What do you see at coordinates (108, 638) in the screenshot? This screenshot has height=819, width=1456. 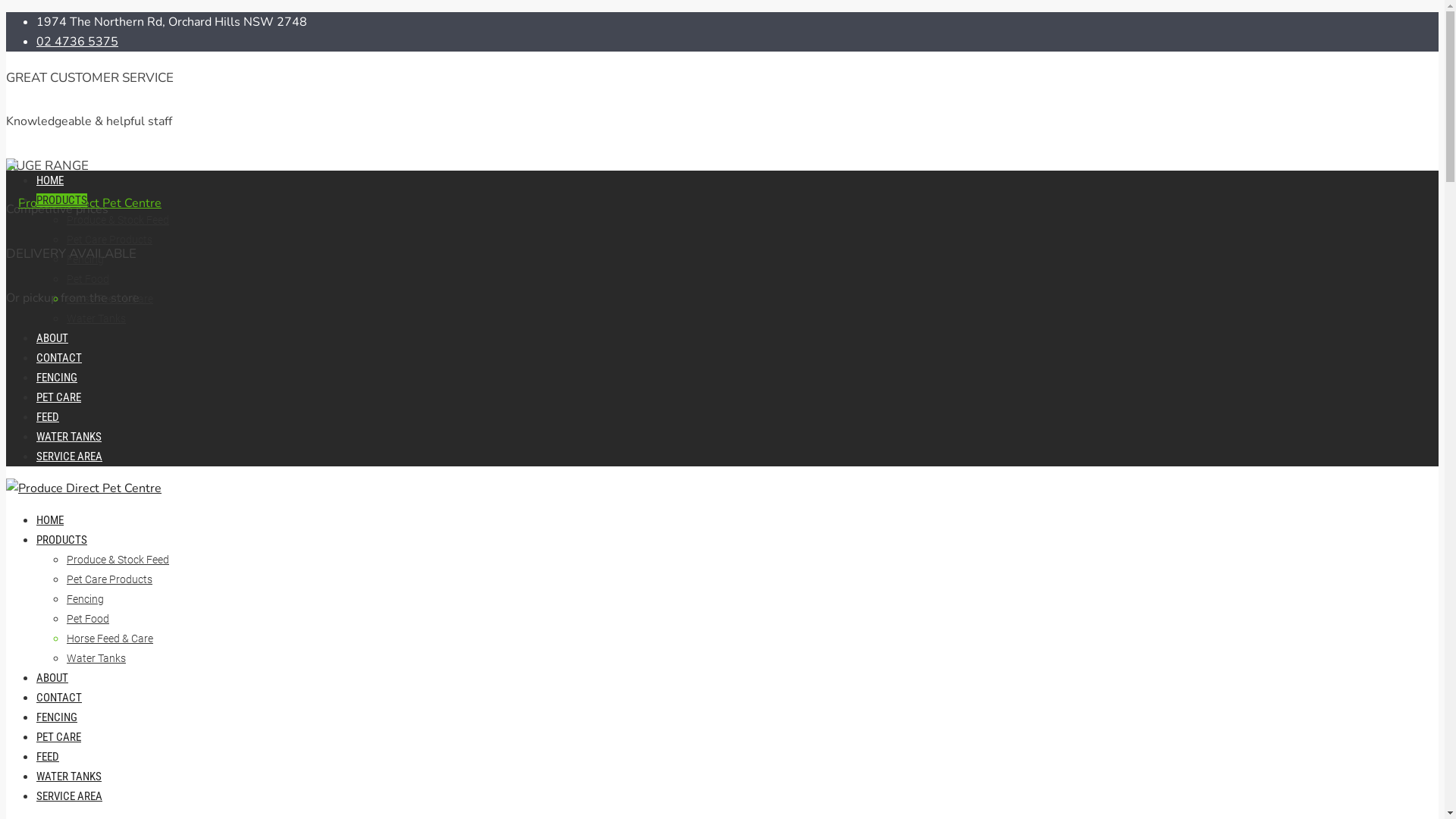 I see `'Horse Feed & Care'` at bounding box center [108, 638].